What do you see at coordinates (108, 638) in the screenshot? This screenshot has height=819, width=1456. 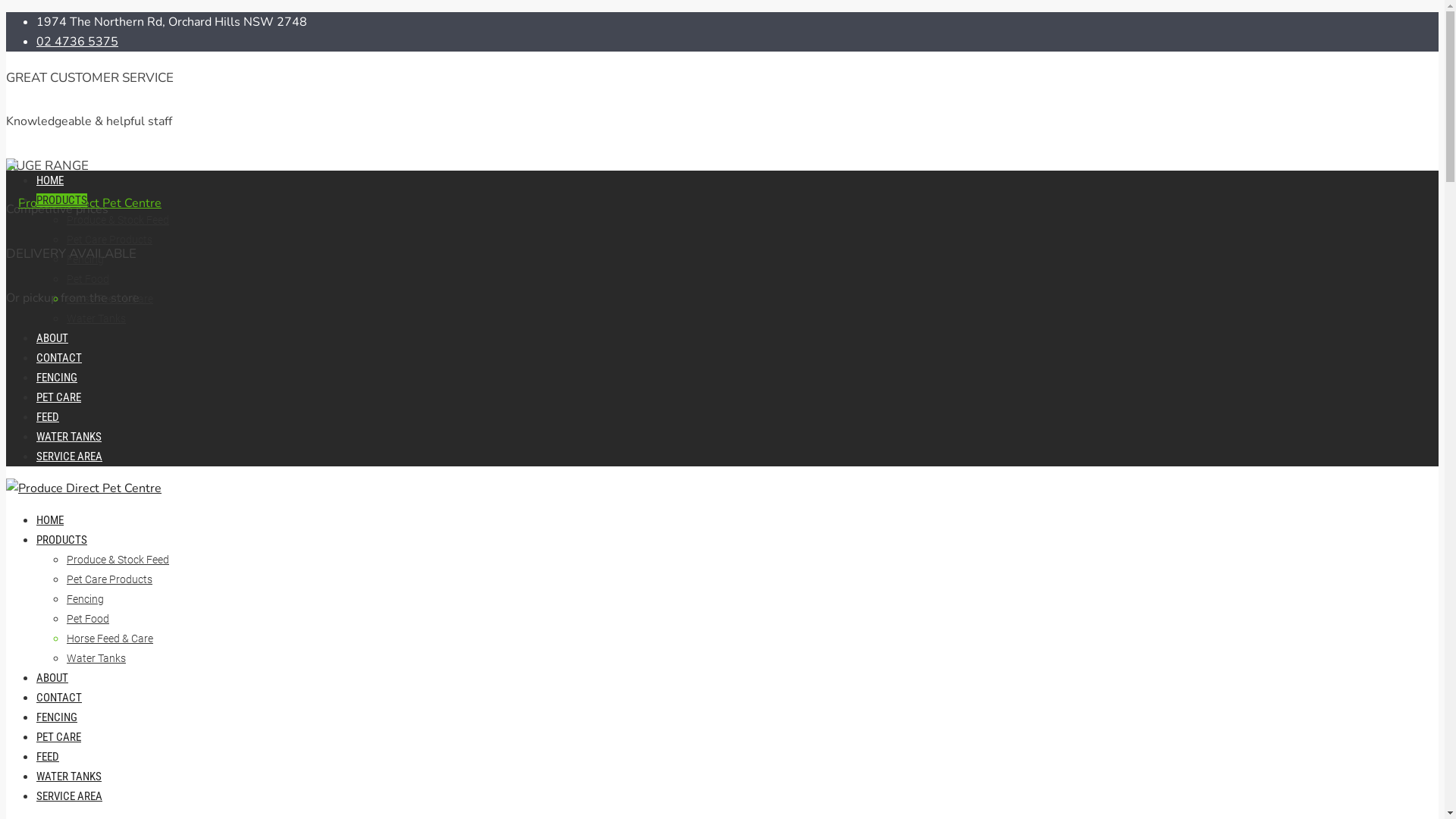 I see `'Horse Feed & Care'` at bounding box center [108, 638].